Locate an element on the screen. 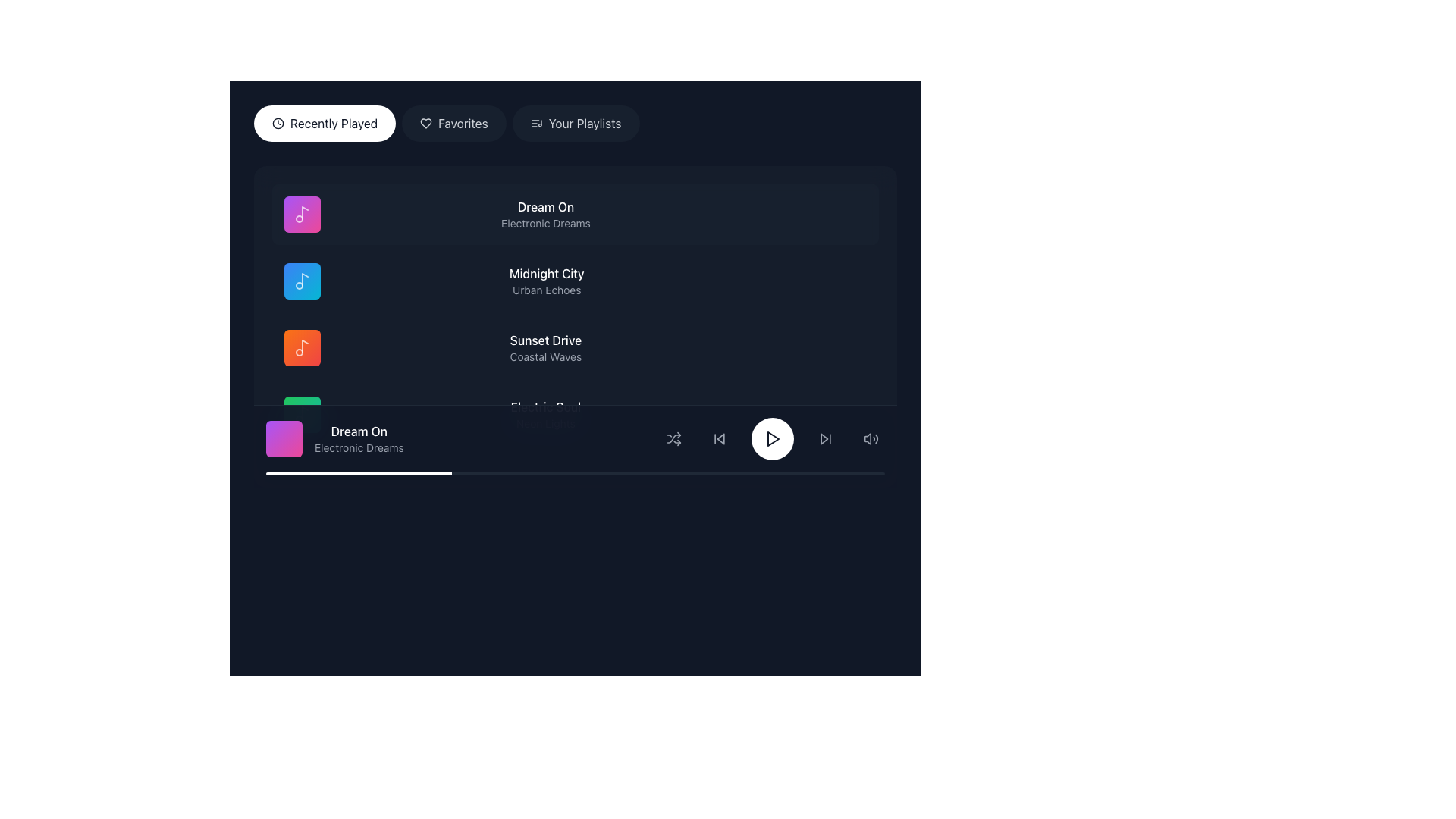 The width and height of the screenshot is (1456, 819). the Media Control Bar located at the bottom of the page is located at coordinates (574, 438).